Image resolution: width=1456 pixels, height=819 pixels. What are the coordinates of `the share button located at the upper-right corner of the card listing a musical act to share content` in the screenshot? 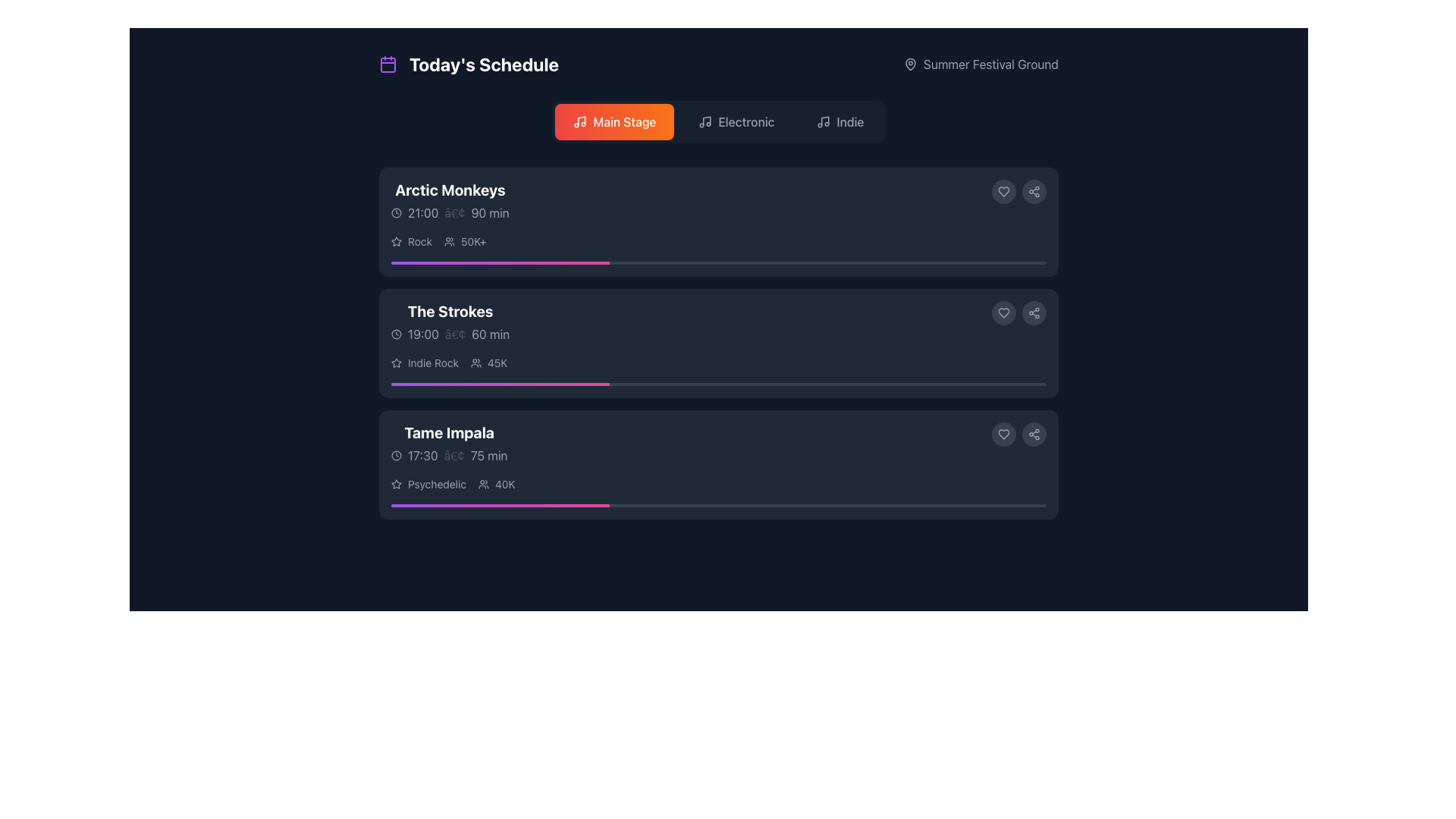 It's located at (1033, 312).